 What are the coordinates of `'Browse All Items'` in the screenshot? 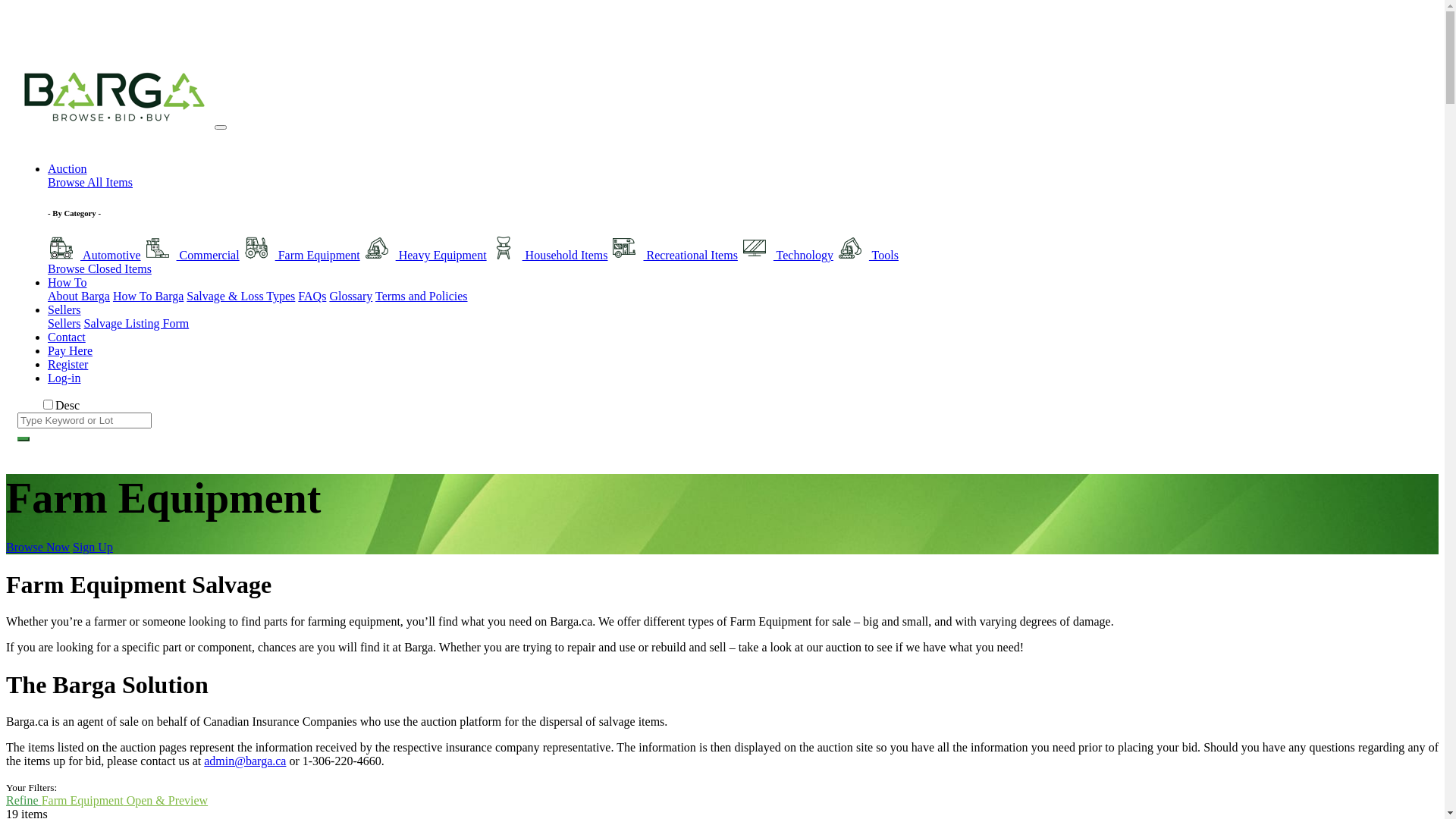 It's located at (89, 181).